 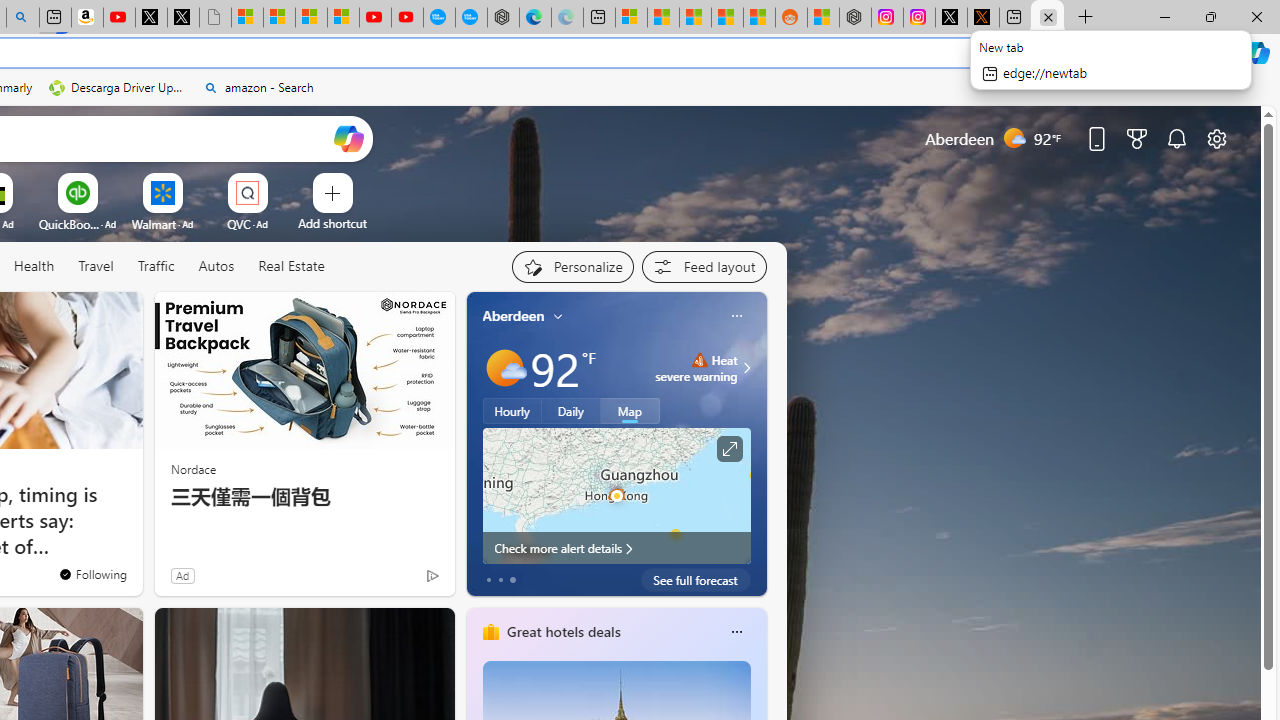 I want to click on 'Page settings', so click(x=1215, y=137).